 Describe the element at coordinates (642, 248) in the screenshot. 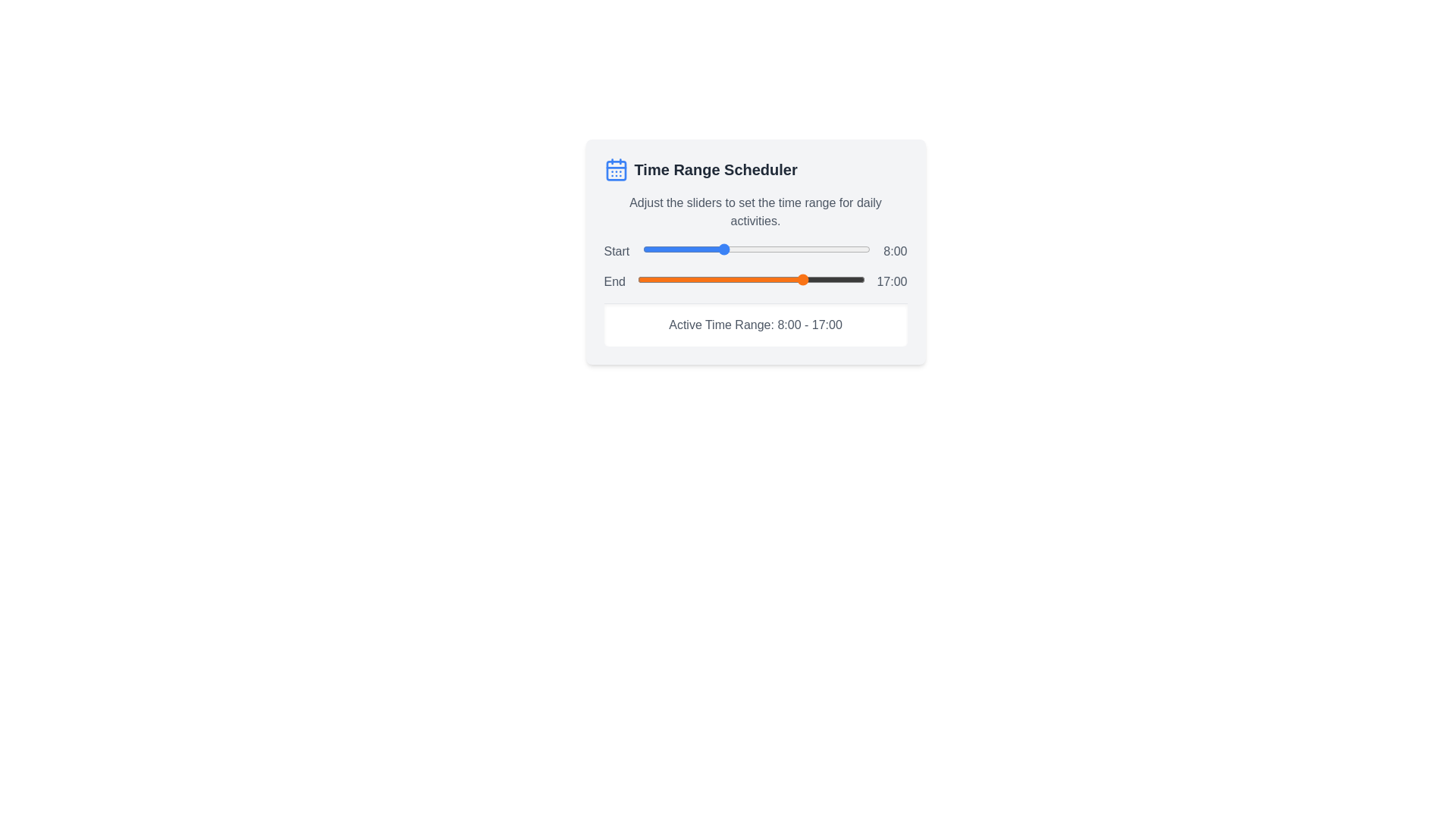

I see `the start time slider to 0 hours` at that location.